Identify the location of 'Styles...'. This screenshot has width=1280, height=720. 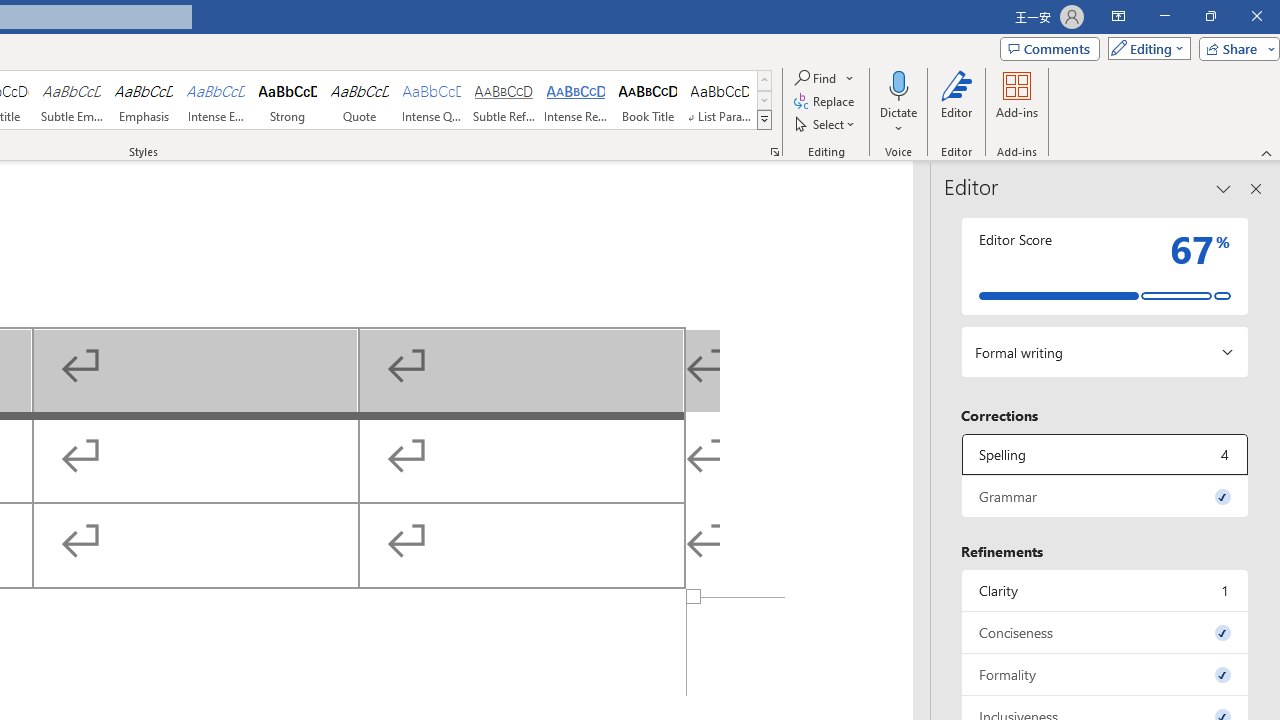
(774, 150).